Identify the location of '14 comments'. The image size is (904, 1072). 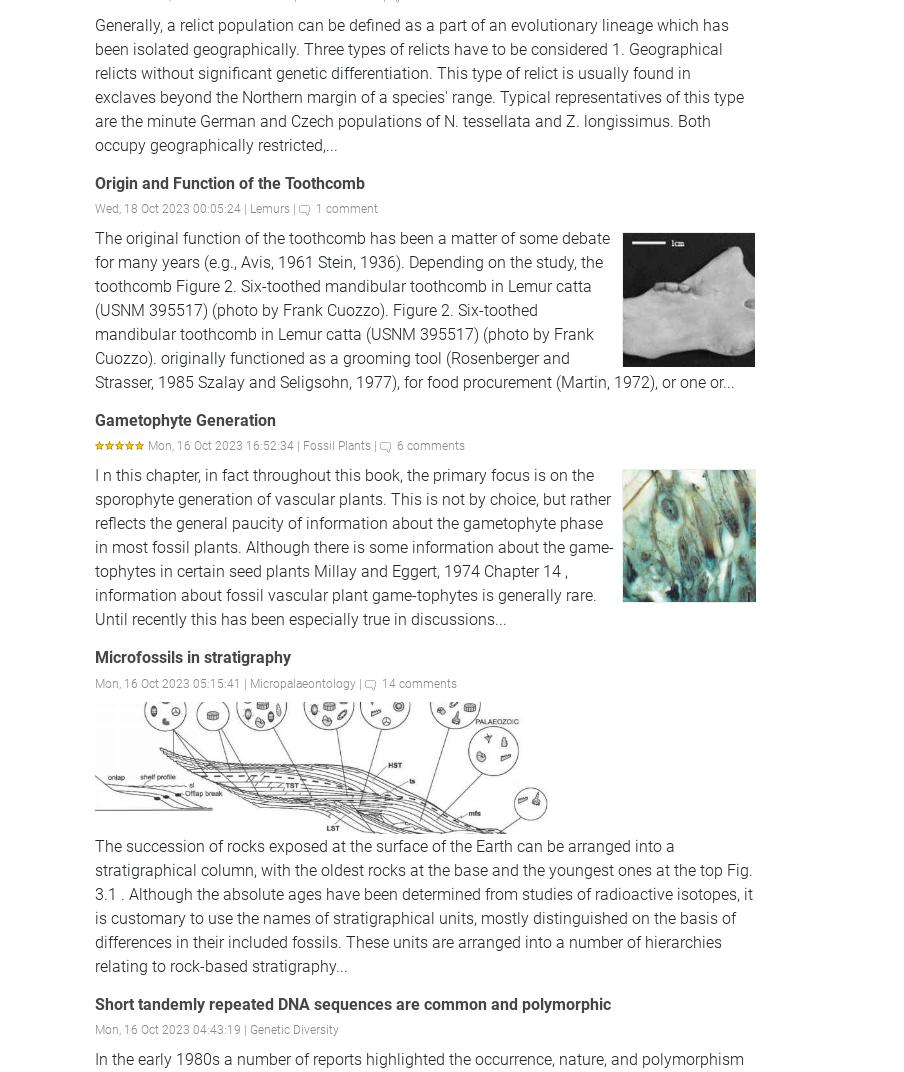
(381, 681).